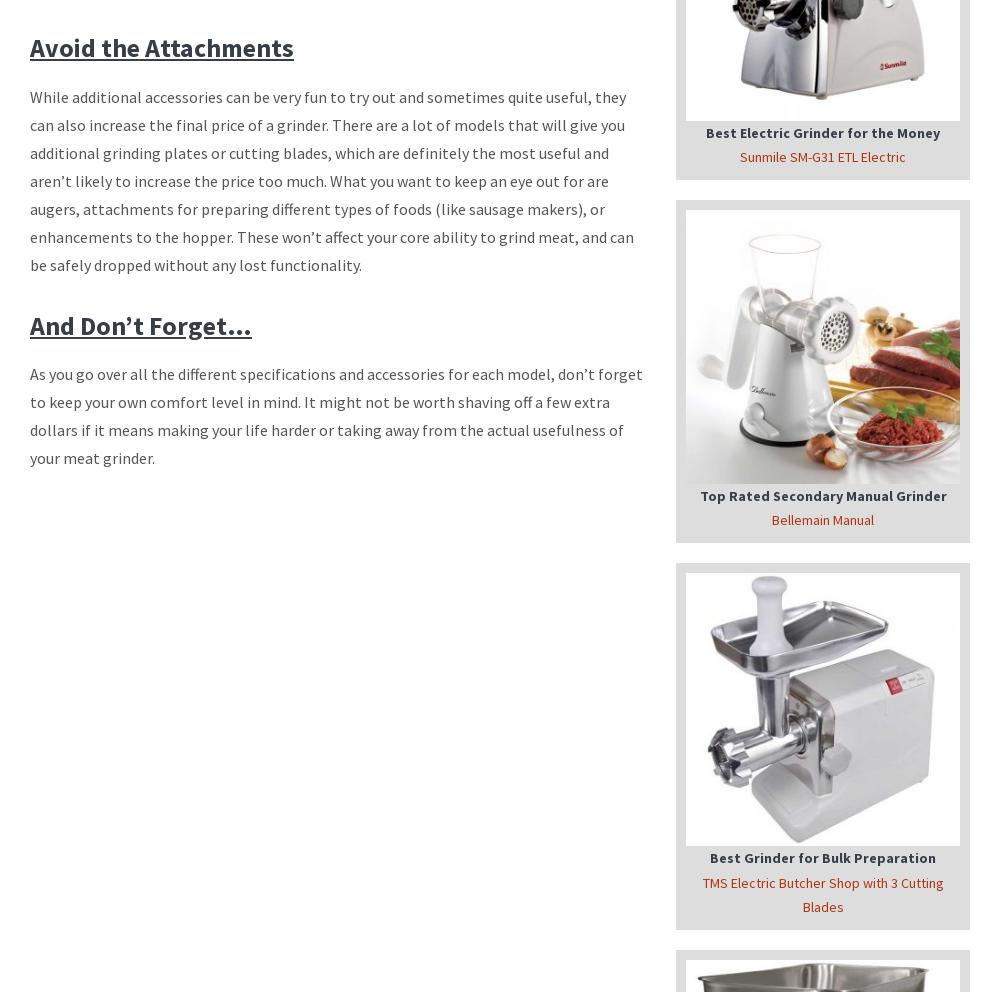 The height and width of the screenshot is (992, 1000). I want to click on 'While additional accessories can be very fun to try out and sometimes quite useful, they can also increase the final price of a grinder. There are a lot of models that will give you additional grinding plates or cutting blades, which are definitely the most useful and aren’t likely to increase the price too much. What you want to keep an eye out for are augers, attachments for preparing different types of foods (like sausage makers), or enhancements to the hopper. These won’t affect your core ability to grind meat, and can be safely dropped without any lost functionality.', so click(30, 179).